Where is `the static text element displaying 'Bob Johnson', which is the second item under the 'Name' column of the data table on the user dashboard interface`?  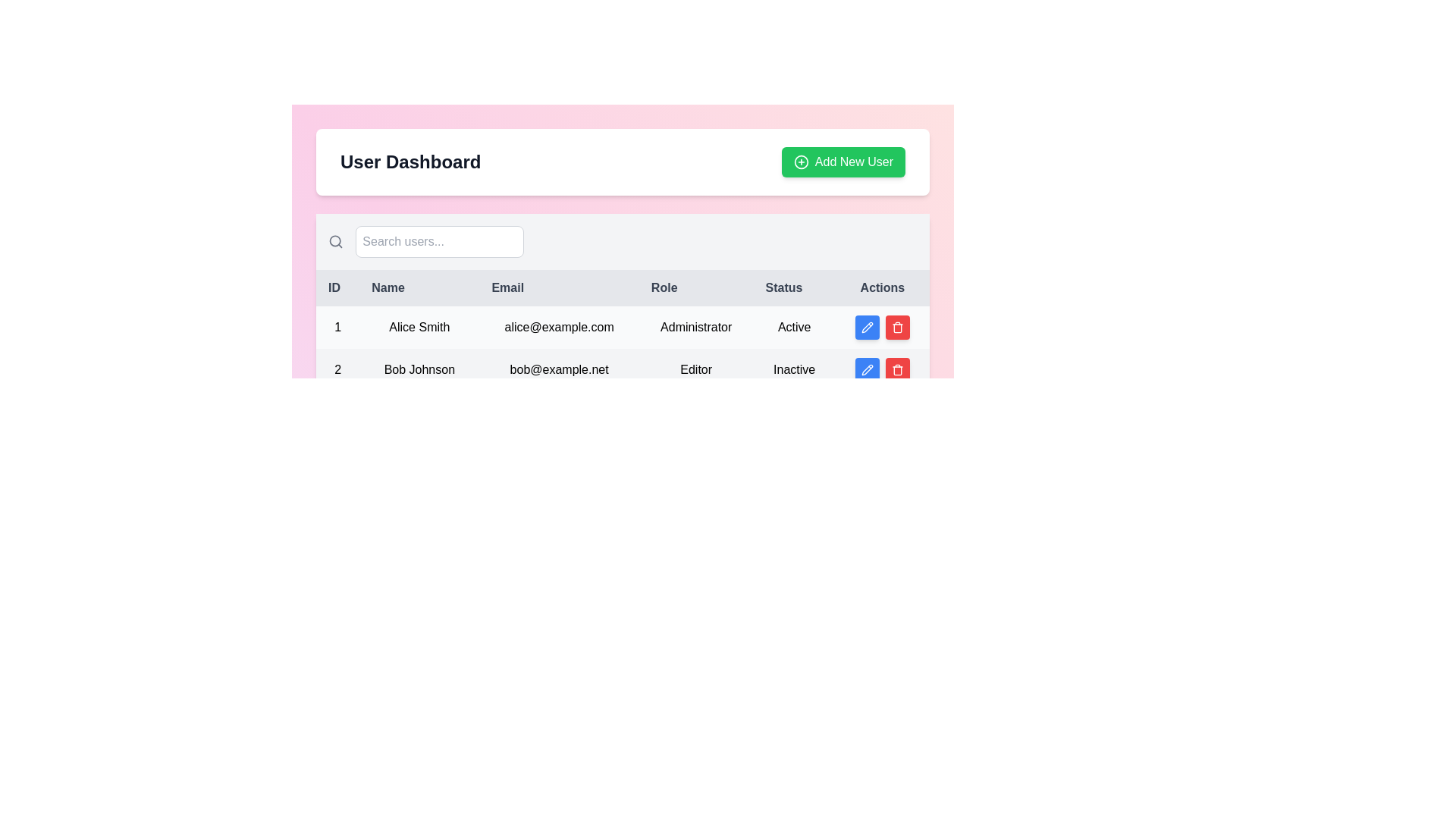
the static text element displaying 'Bob Johnson', which is the second item under the 'Name' column of the data table on the user dashboard interface is located at coordinates (419, 370).